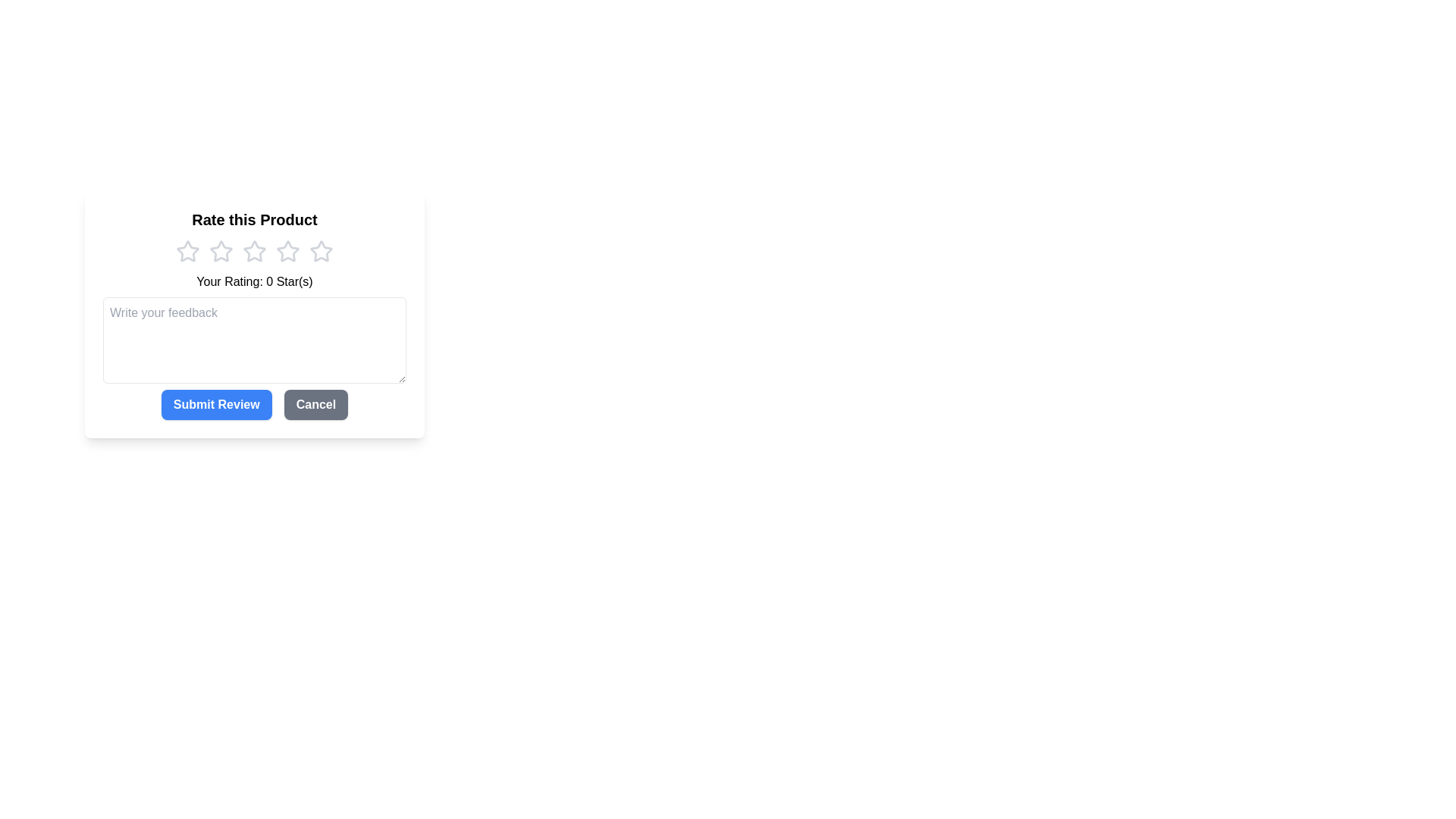 This screenshot has width=1456, height=819. Describe the element at coordinates (187, 250) in the screenshot. I see `the first star in the rating system` at that location.